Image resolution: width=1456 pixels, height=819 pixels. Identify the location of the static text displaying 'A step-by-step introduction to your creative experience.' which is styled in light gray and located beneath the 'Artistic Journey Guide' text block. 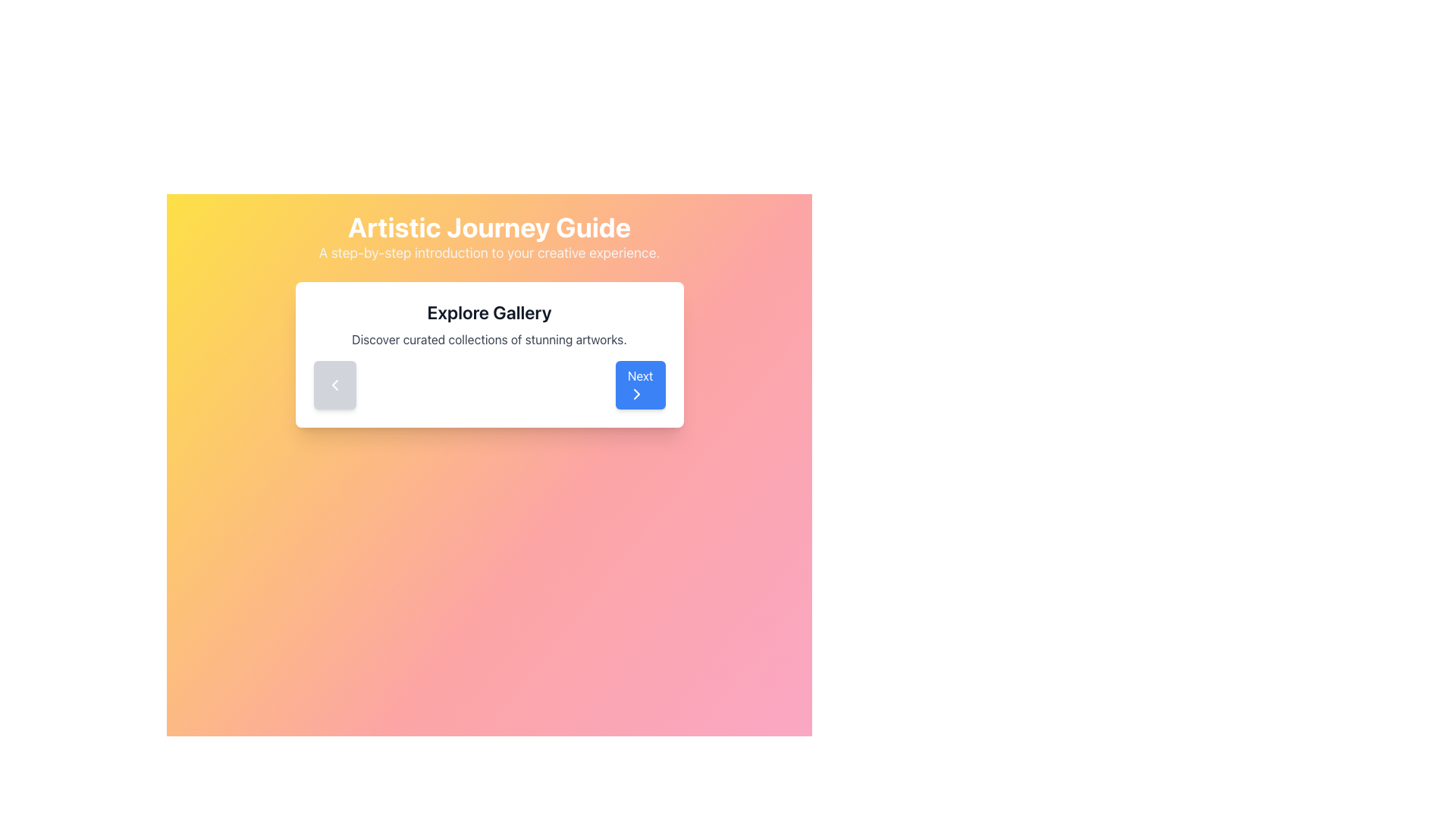
(489, 253).